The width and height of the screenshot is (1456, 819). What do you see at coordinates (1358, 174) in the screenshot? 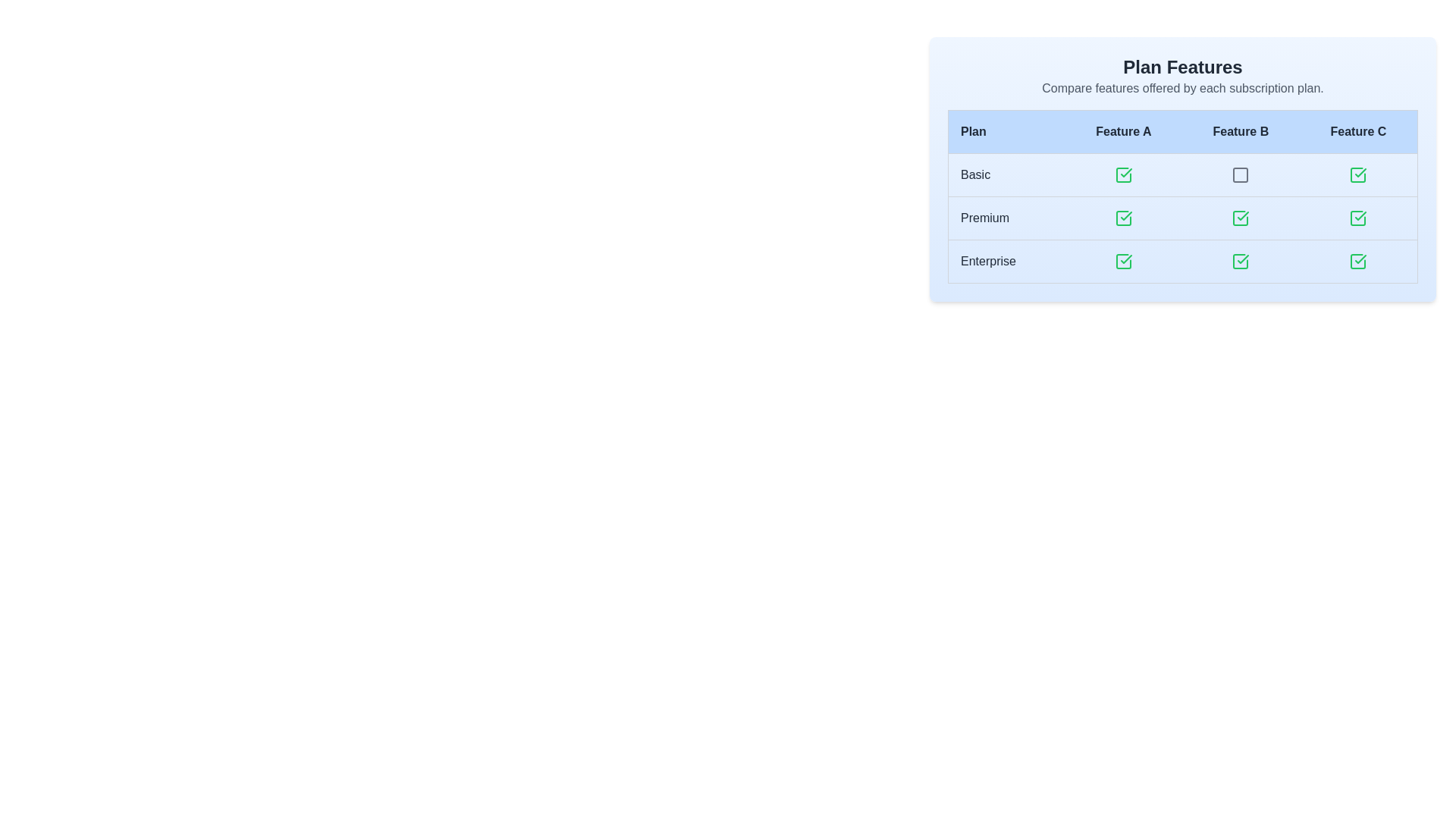
I see `the icon indicating that the 'Basic' plan includes 'Feature C', located in the last cell of the first row of the table structure` at bounding box center [1358, 174].